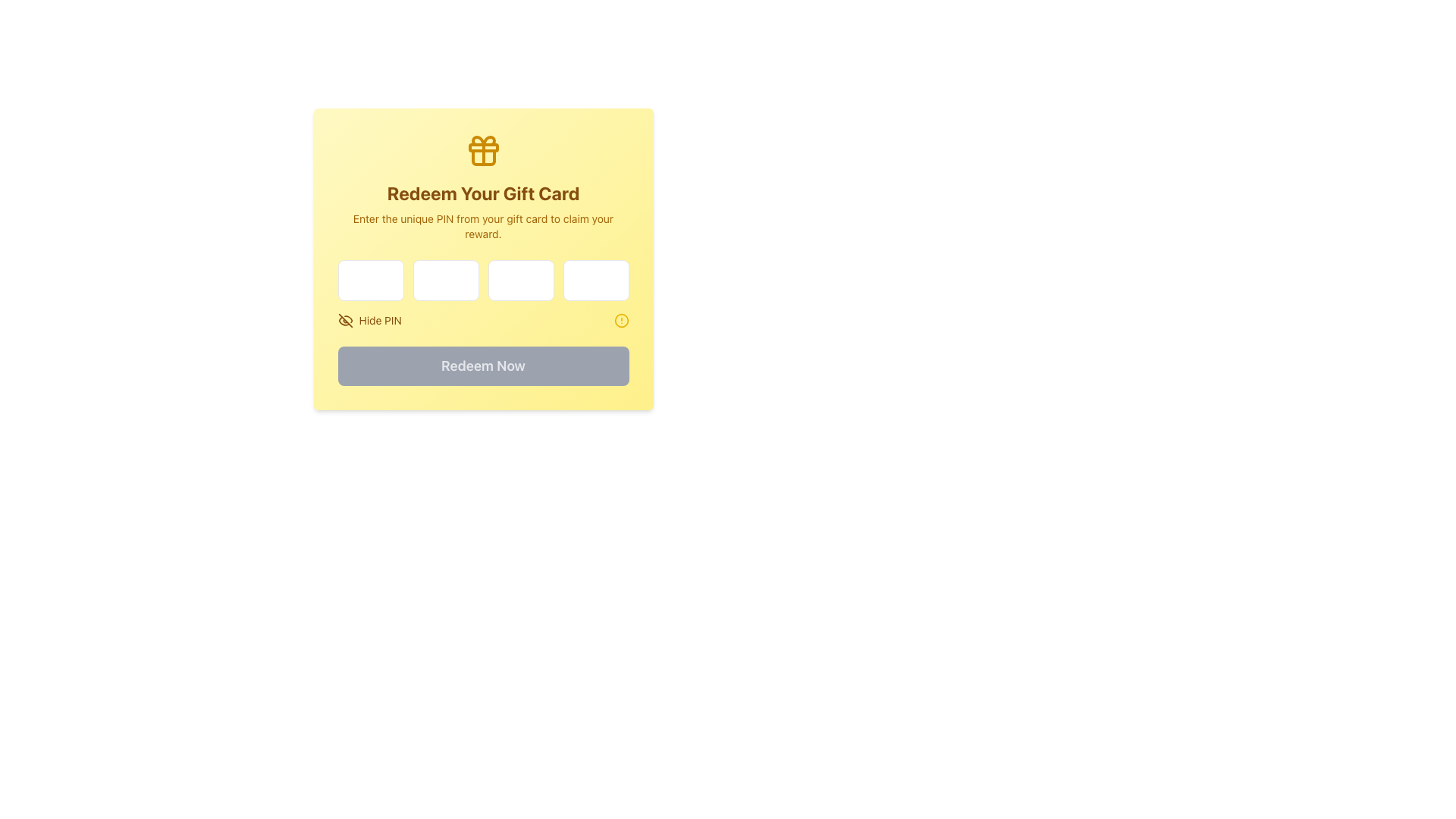 The width and height of the screenshot is (1456, 819). What do you see at coordinates (369, 320) in the screenshot?
I see `the button that toggles the visibility of the entered PIN, located below the PIN input fields and to the left of the 'Redeem Now' button` at bounding box center [369, 320].